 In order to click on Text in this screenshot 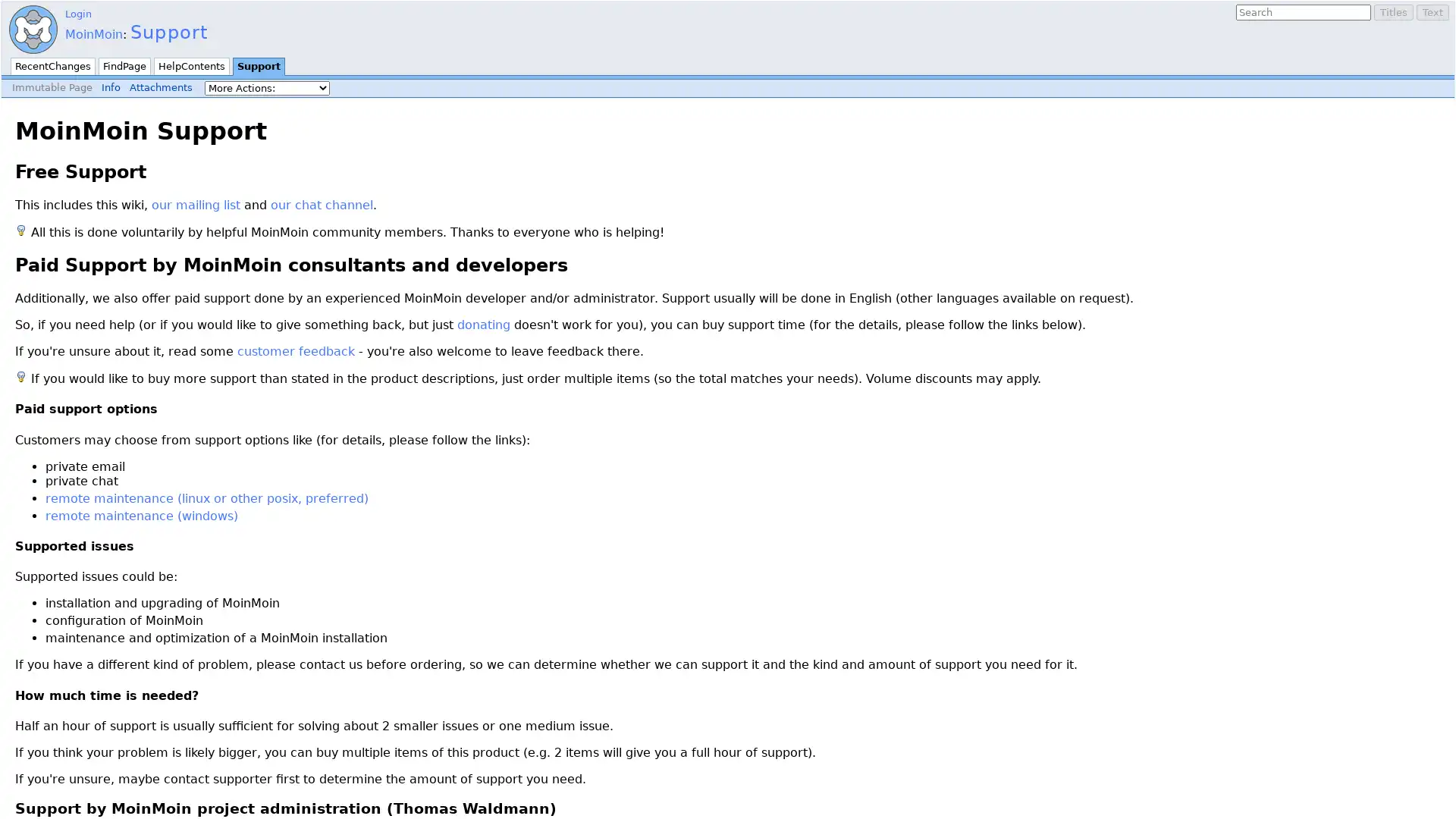, I will do `click(1432, 12)`.